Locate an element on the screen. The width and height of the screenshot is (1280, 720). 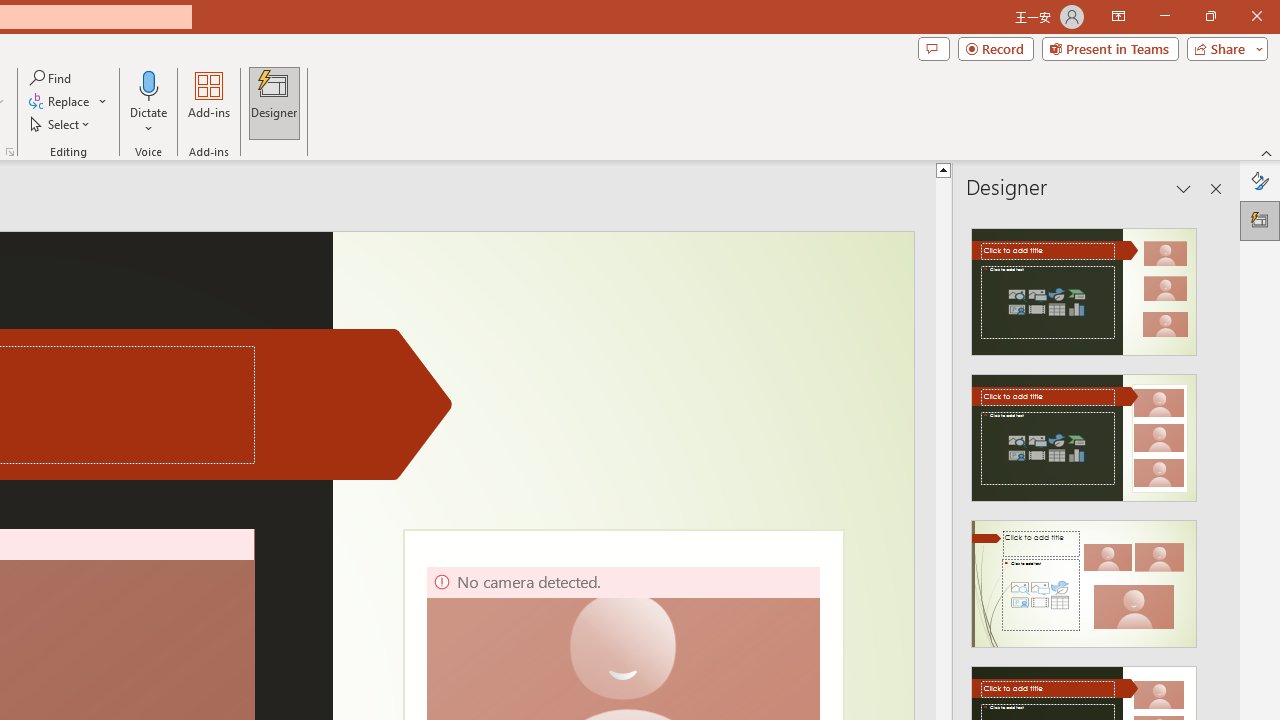
'Comments' is located at coordinates (932, 47).